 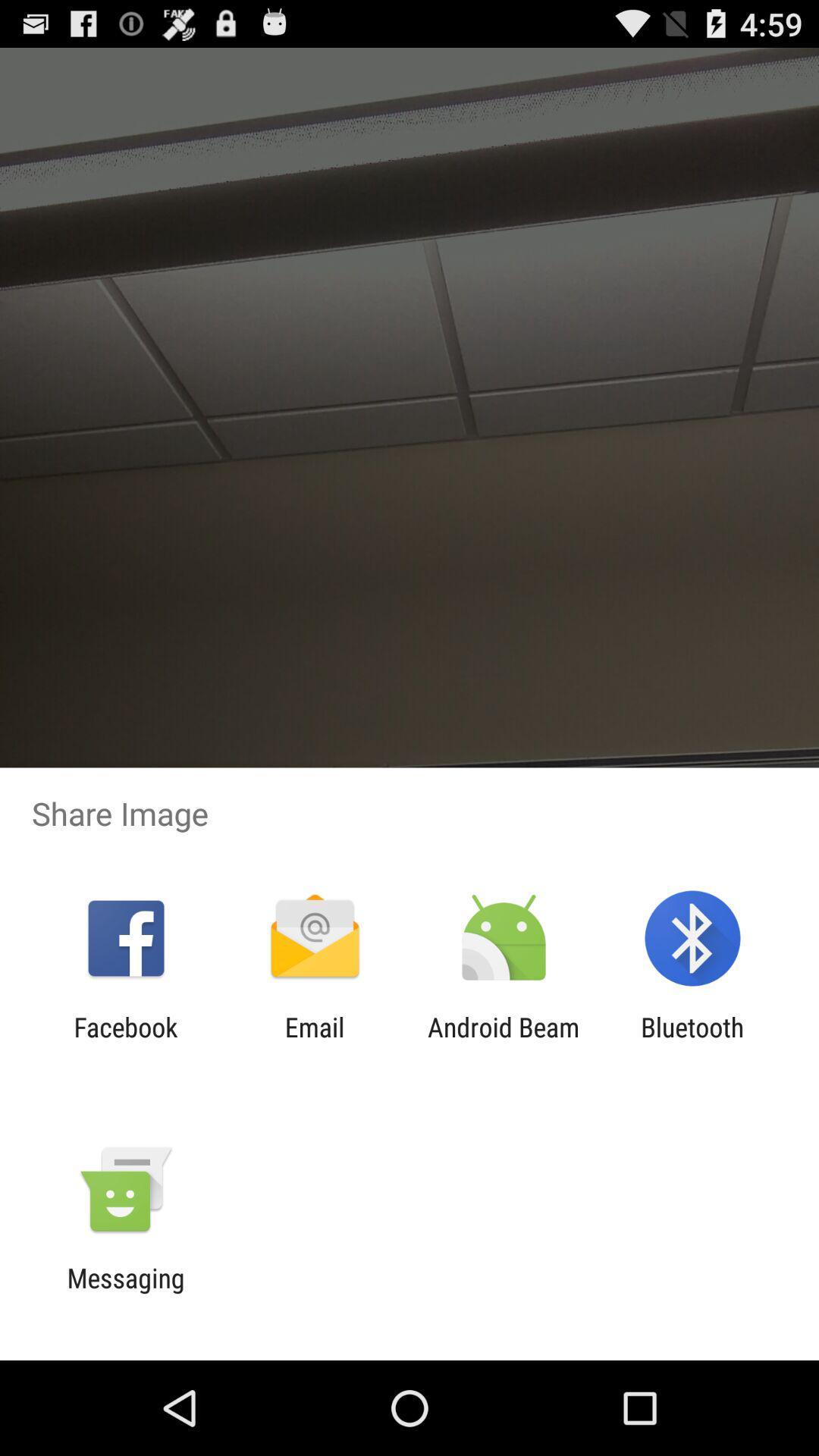 I want to click on the messaging icon, so click(x=125, y=1293).